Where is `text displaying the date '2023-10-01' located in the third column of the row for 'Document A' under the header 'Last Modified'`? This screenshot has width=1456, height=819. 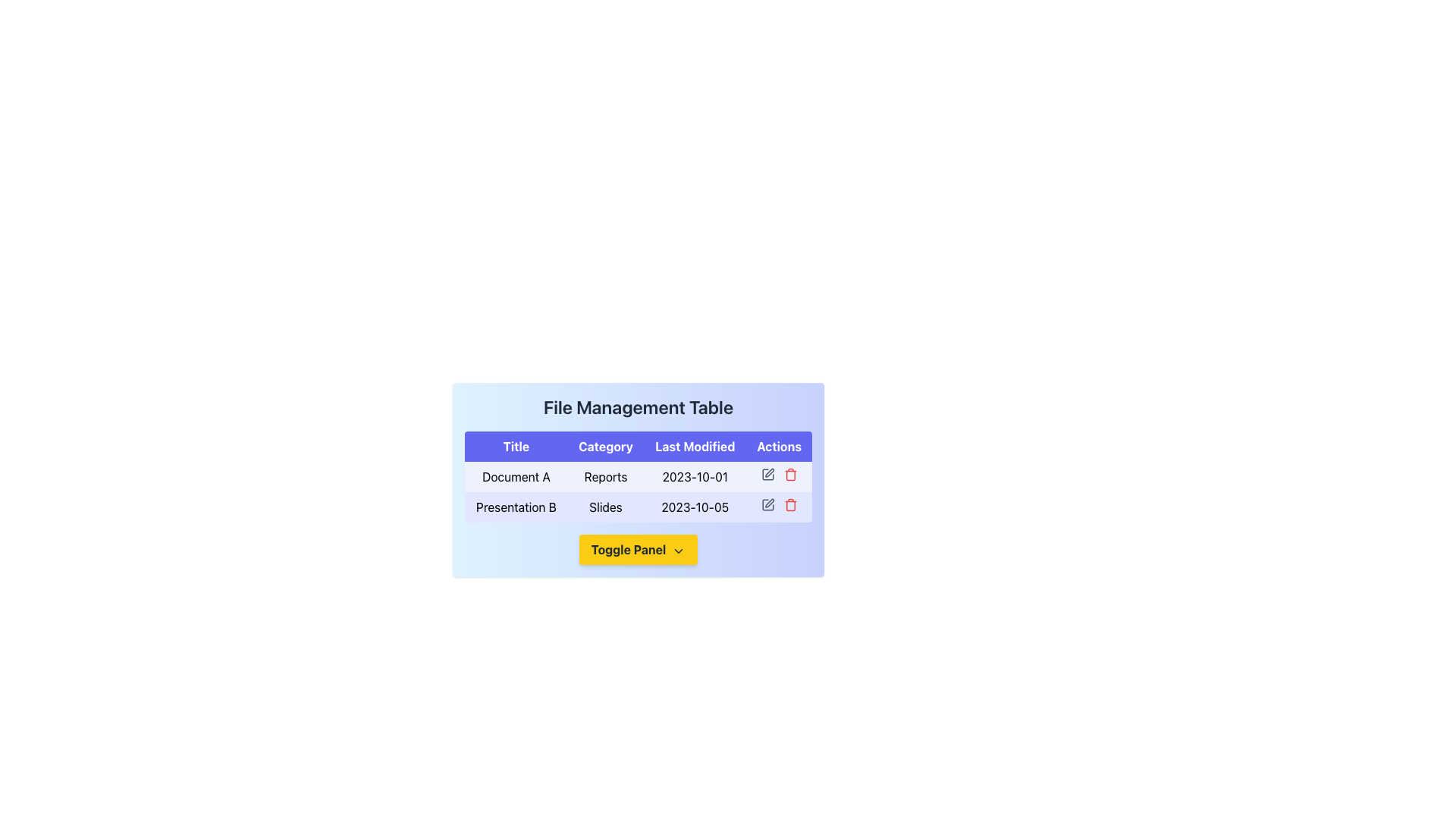
text displaying the date '2023-10-01' located in the third column of the row for 'Document A' under the header 'Last Modified' is located at coordinates (694, 475).